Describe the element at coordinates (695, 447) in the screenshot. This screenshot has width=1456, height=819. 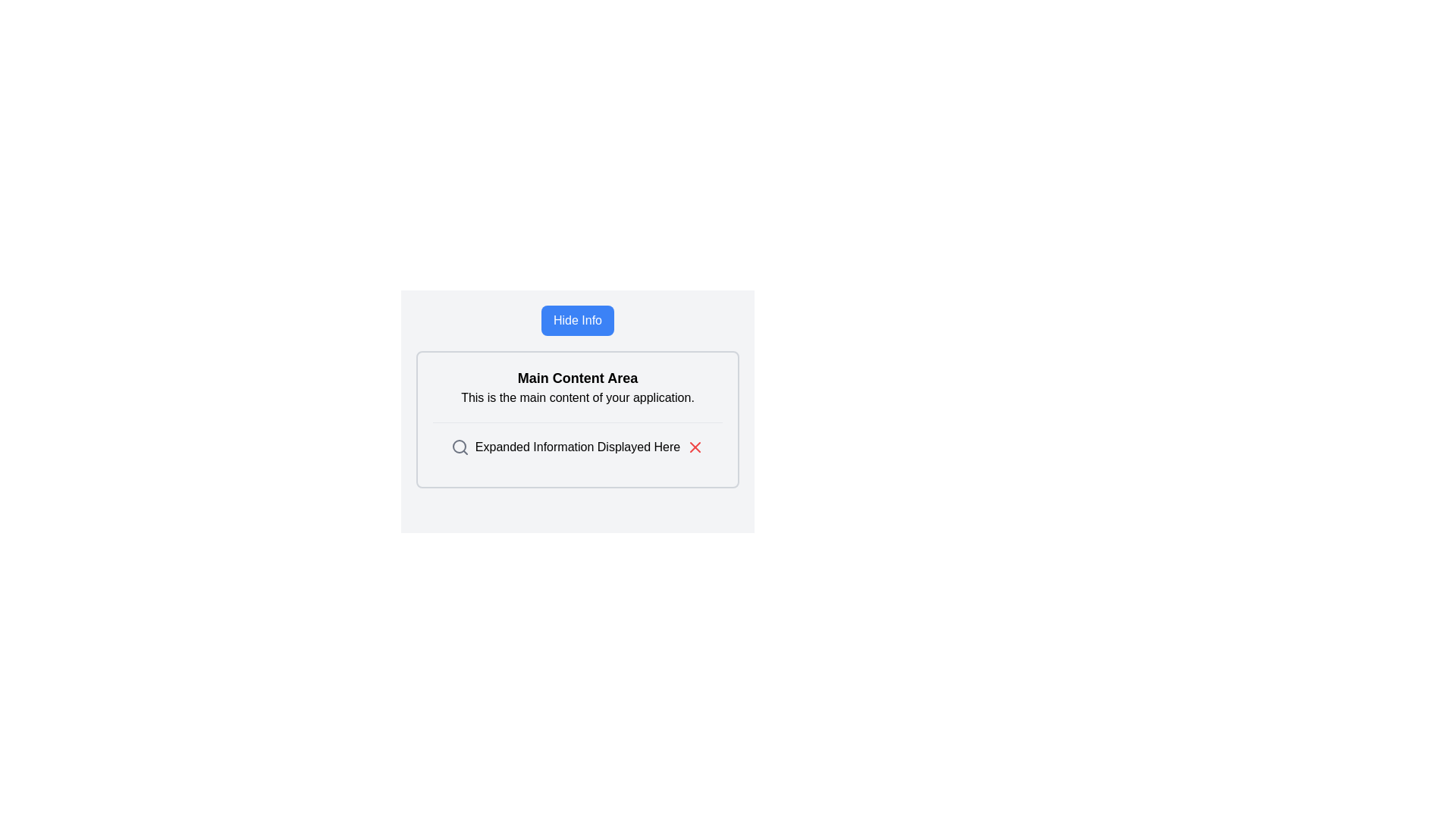
I see `the close icon located to the right of the text 'Expanded Information Displayed Here'` at that location.